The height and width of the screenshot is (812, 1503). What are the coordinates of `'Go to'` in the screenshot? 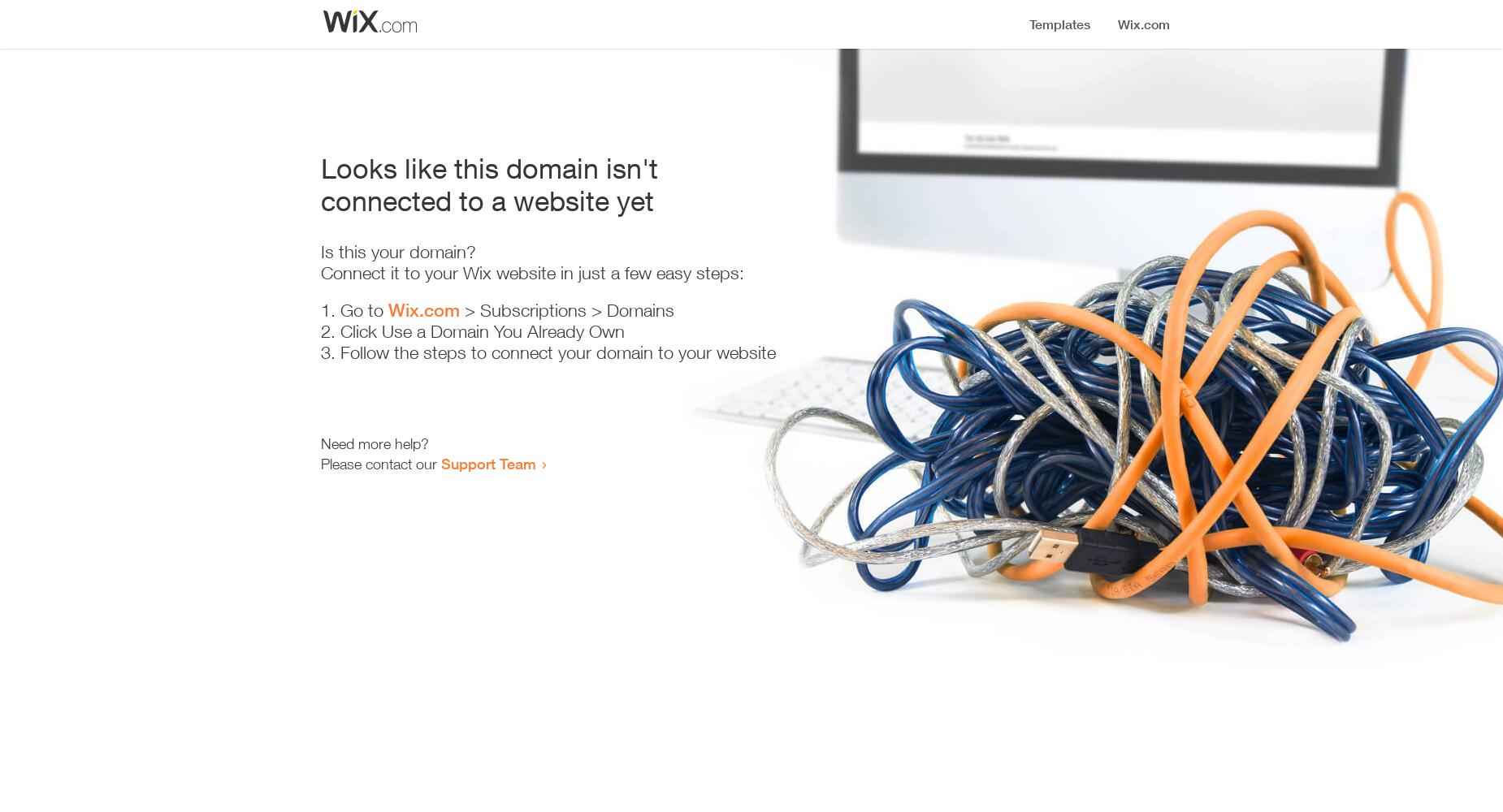 It's located at (340, 310).